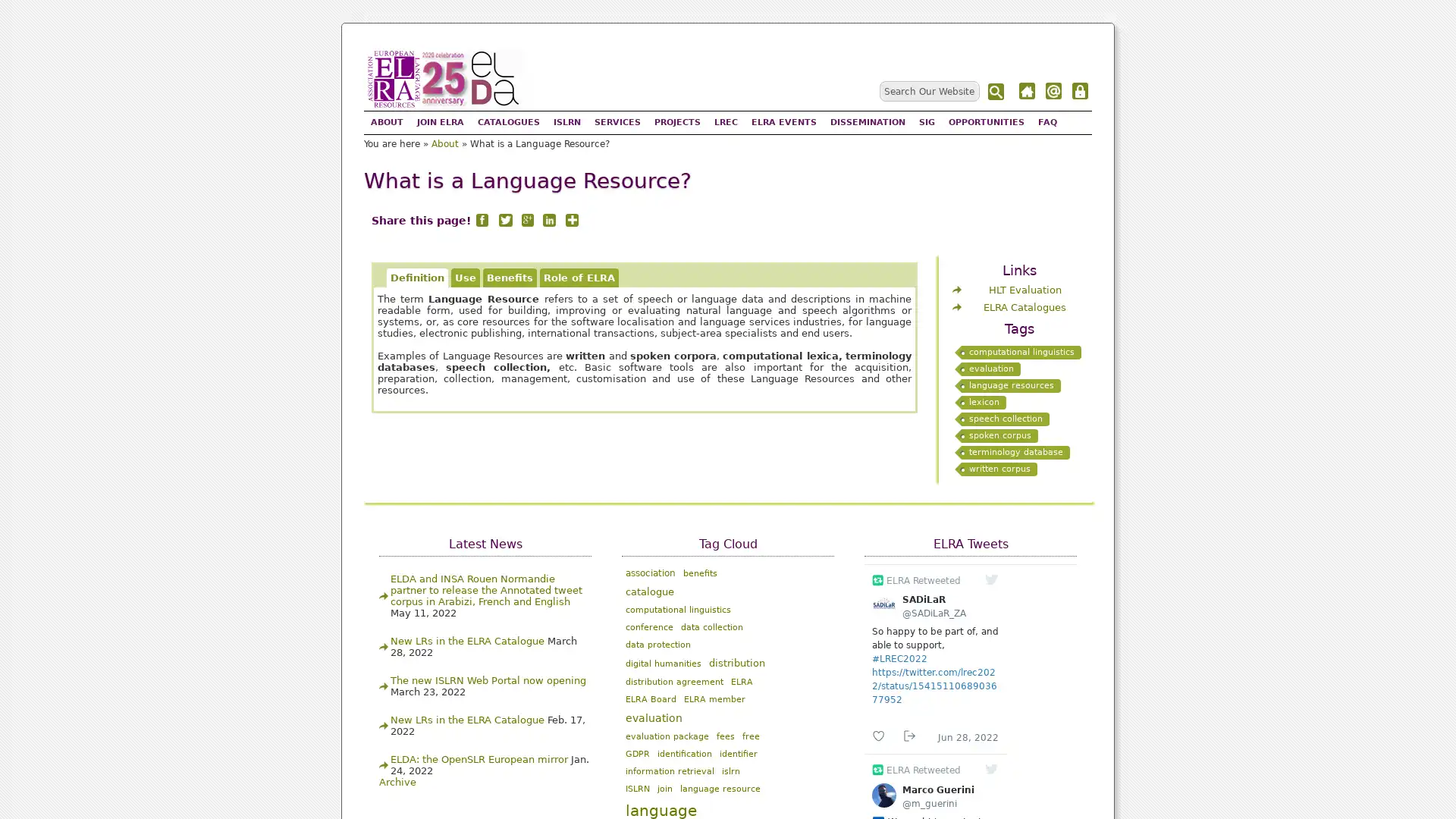  Describe the element at coordinates (997, 92) in the screenshot. I see `search` at that location.